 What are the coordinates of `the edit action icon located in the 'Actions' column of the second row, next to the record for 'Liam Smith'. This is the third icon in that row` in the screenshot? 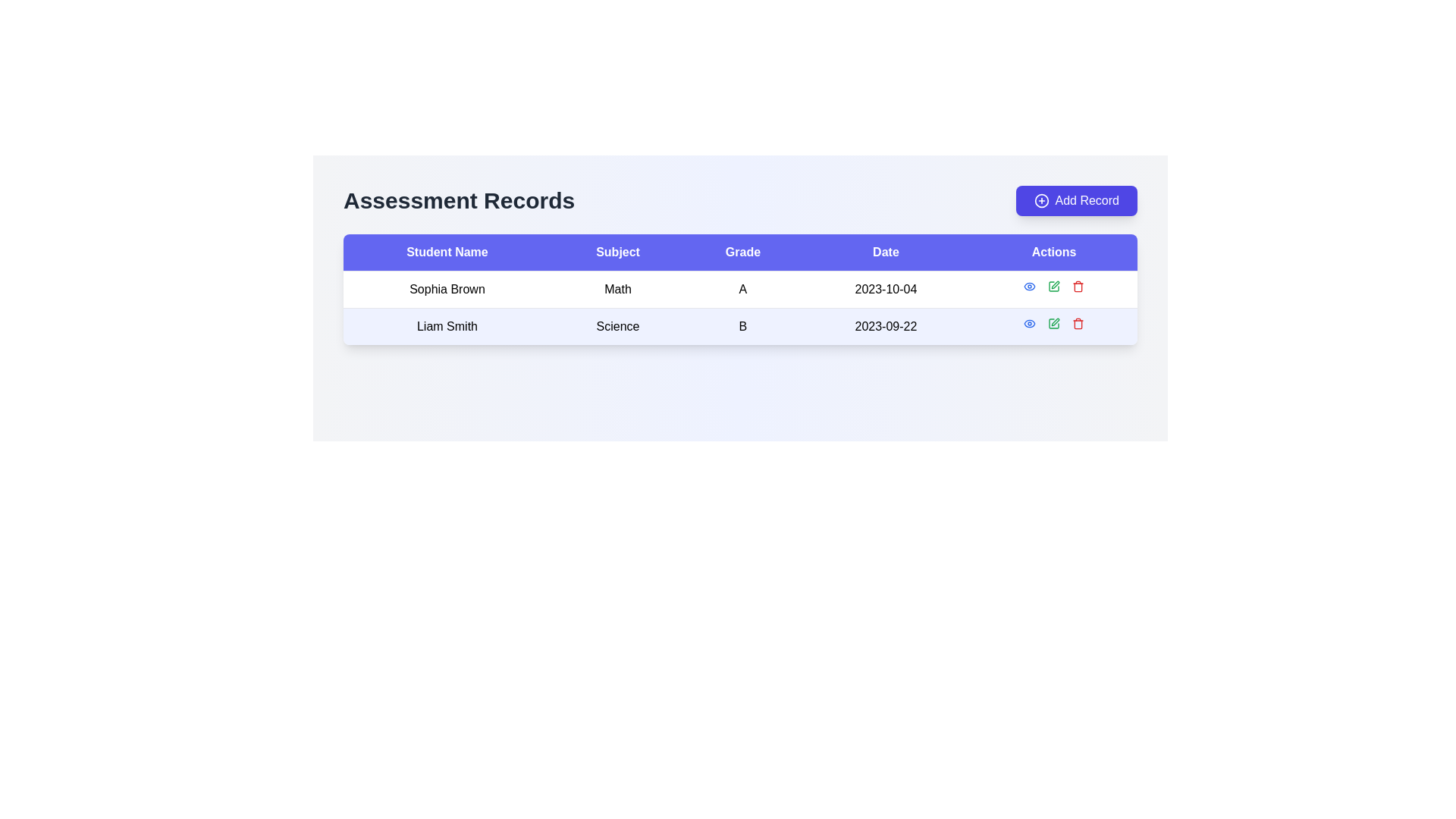 It's located at (1053, 287).